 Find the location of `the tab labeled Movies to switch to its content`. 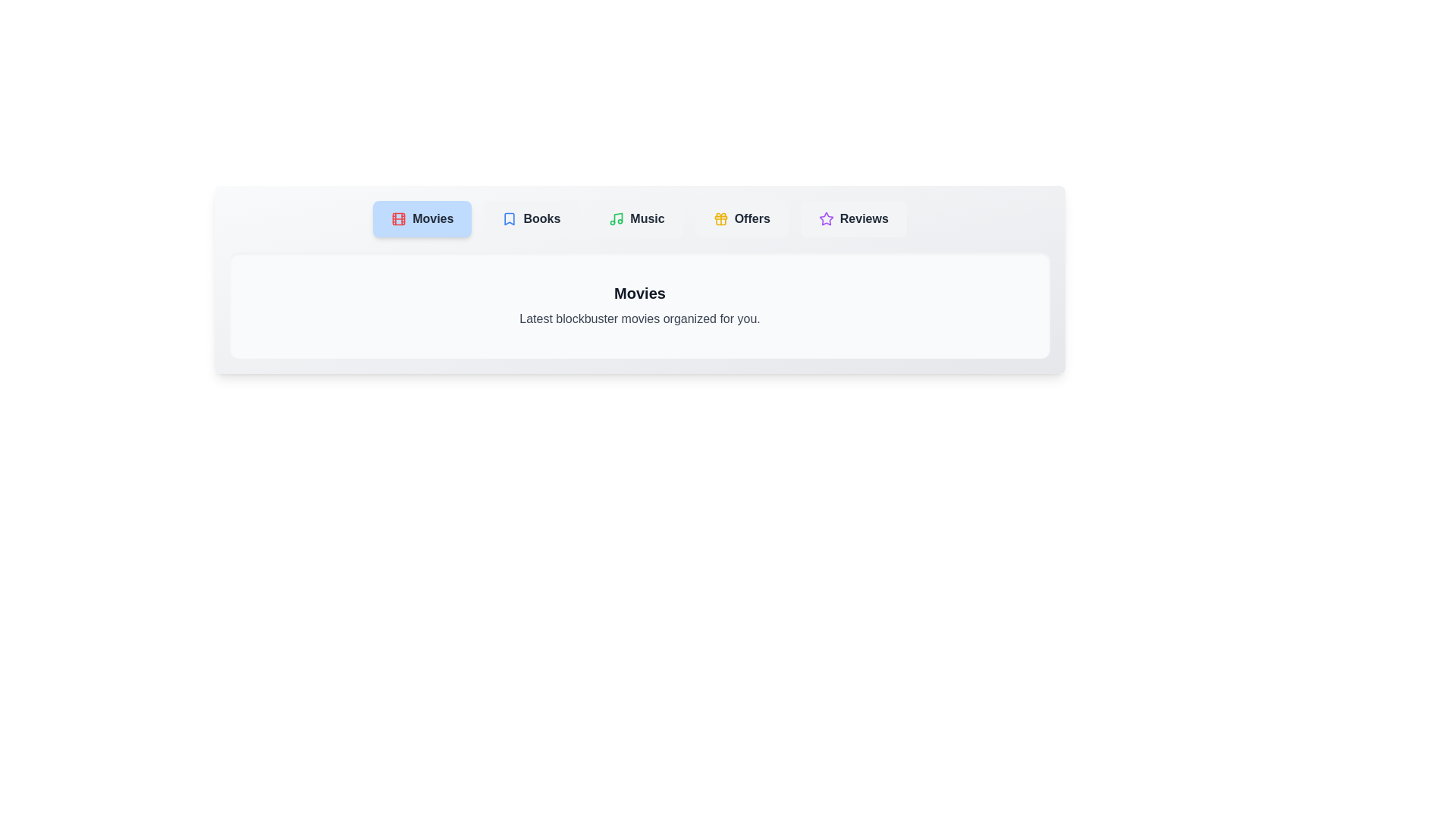

the tab labeled Movies to switch to its content is located at coordinates (422, 219).